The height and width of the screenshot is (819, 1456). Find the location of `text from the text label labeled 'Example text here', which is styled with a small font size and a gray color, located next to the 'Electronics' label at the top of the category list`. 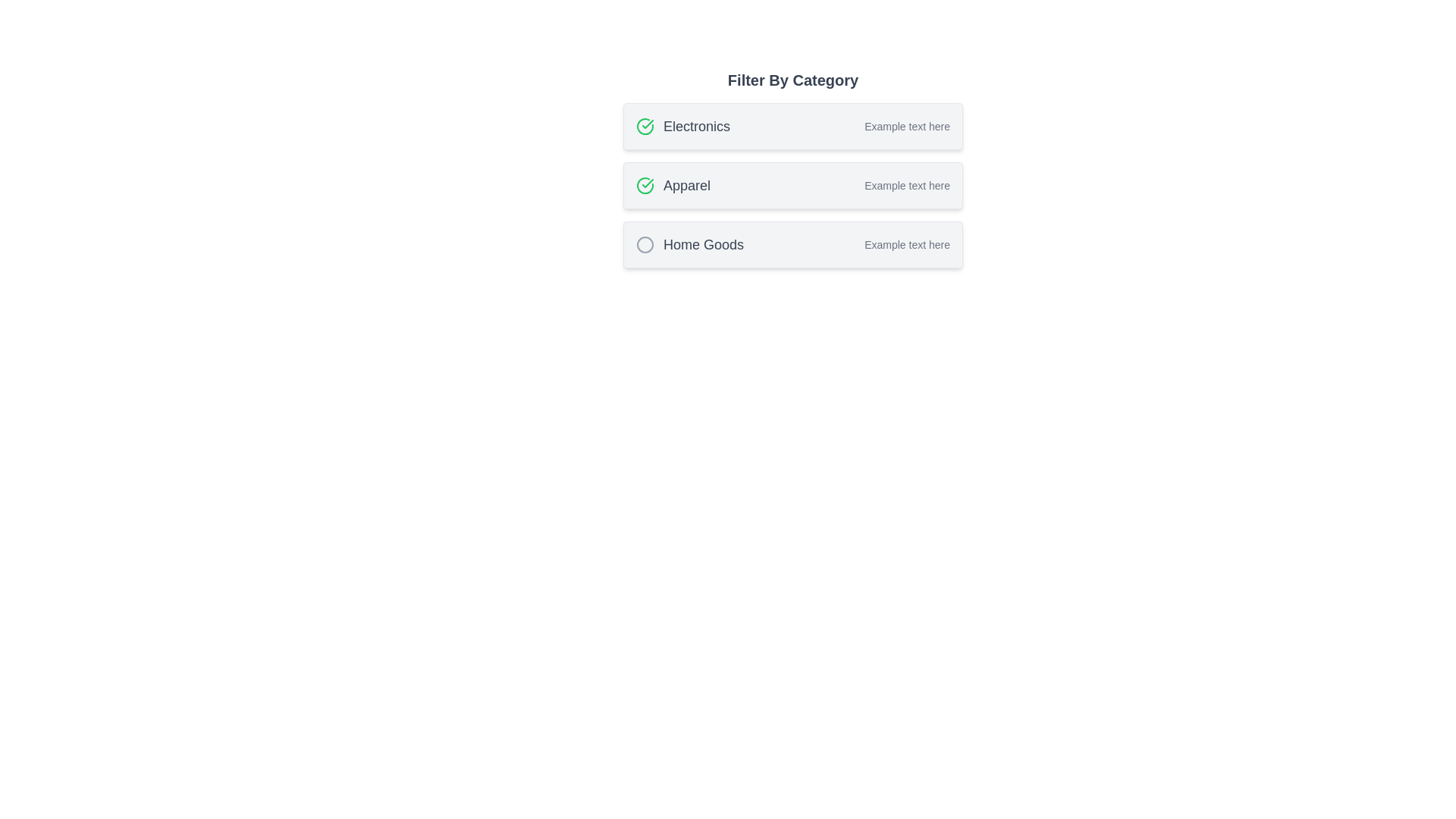

text from the text label labeled 'Example text here', which is styled with a small font size and a gray color, located next to the 'Electronics' label at the top of the category list is located at coordinates (907, 125).